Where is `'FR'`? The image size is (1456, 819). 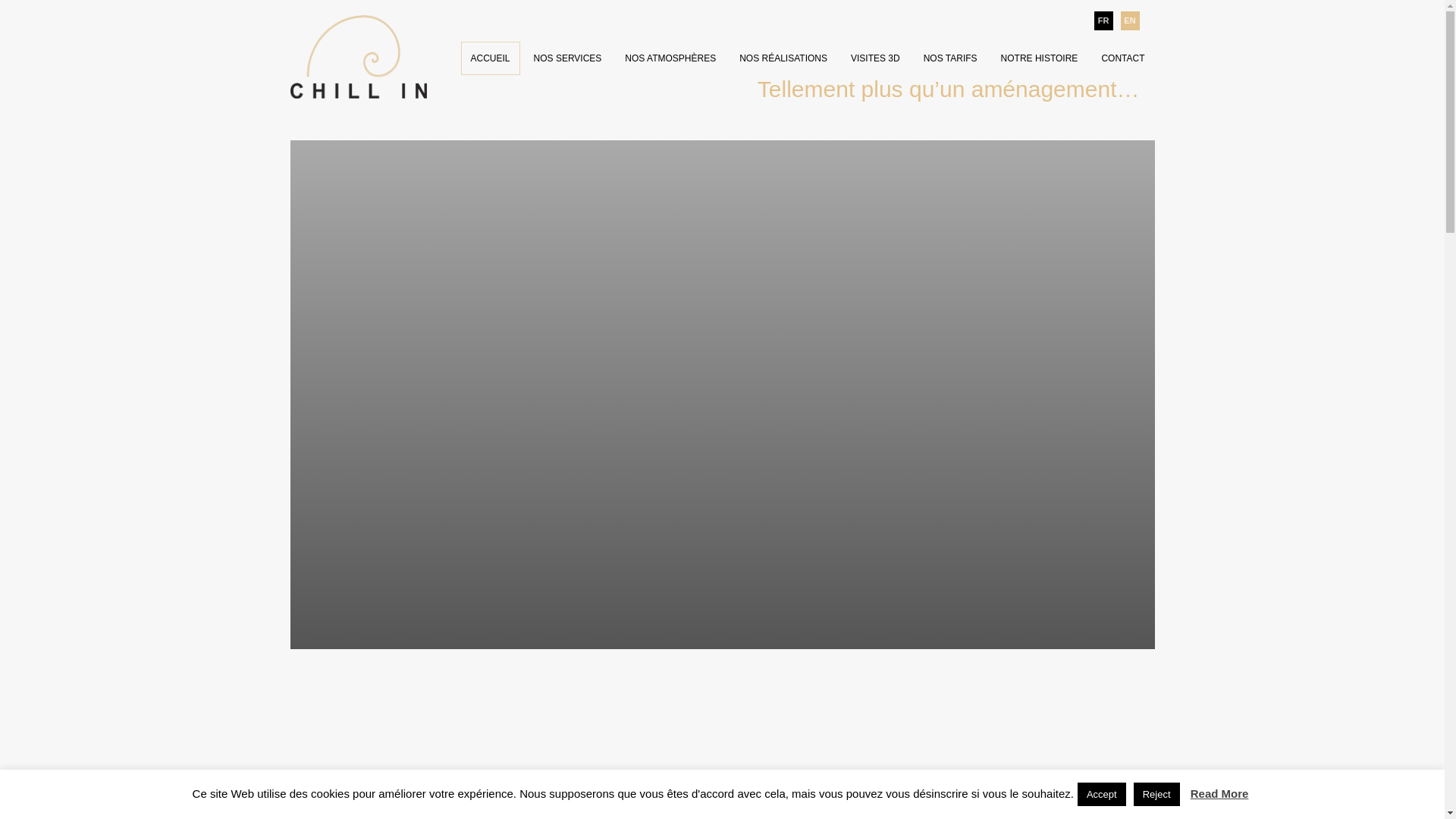
'FR' is located at coordinates (1103, 20).